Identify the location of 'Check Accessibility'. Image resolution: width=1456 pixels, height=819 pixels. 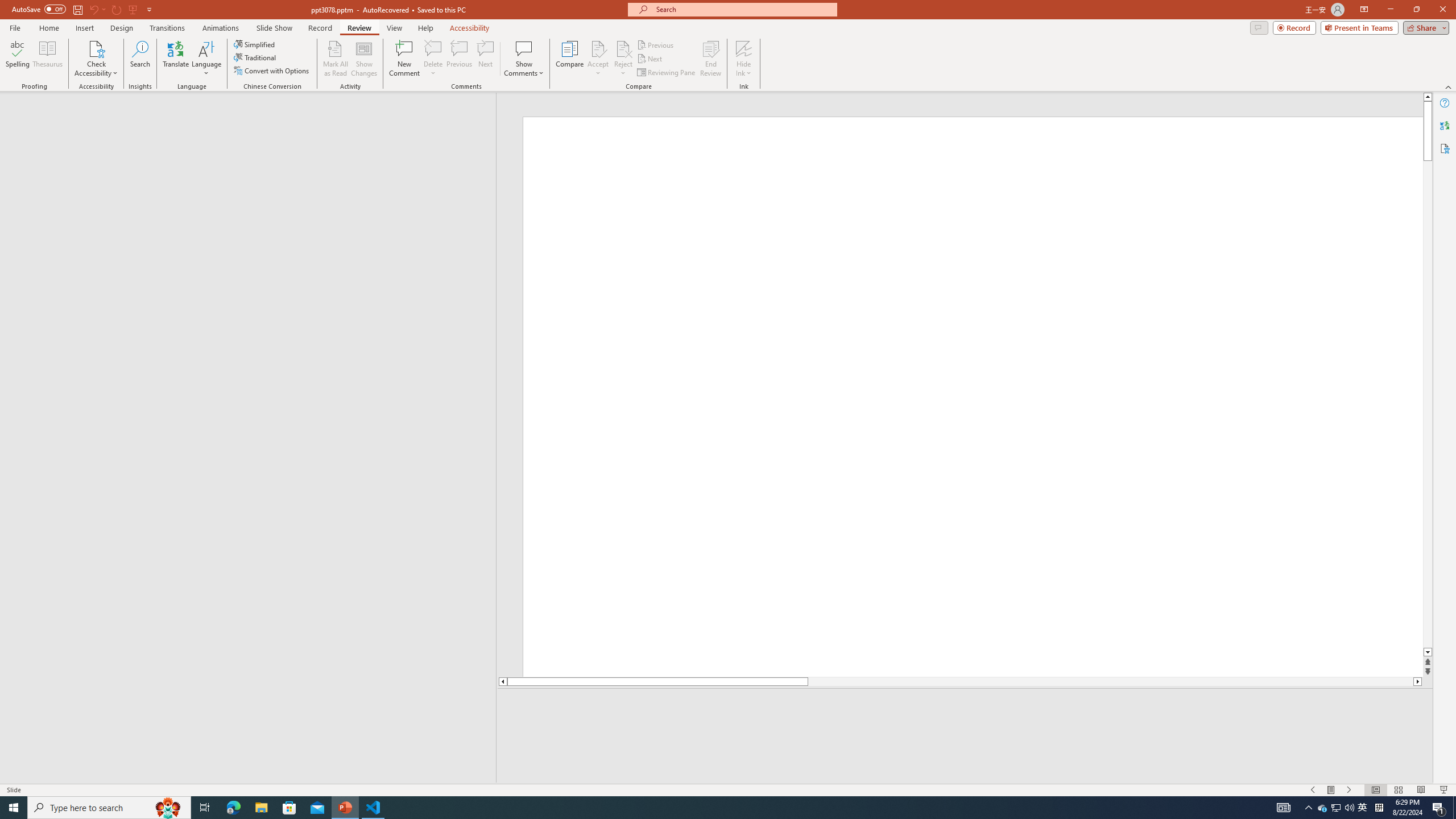
(95, 48).